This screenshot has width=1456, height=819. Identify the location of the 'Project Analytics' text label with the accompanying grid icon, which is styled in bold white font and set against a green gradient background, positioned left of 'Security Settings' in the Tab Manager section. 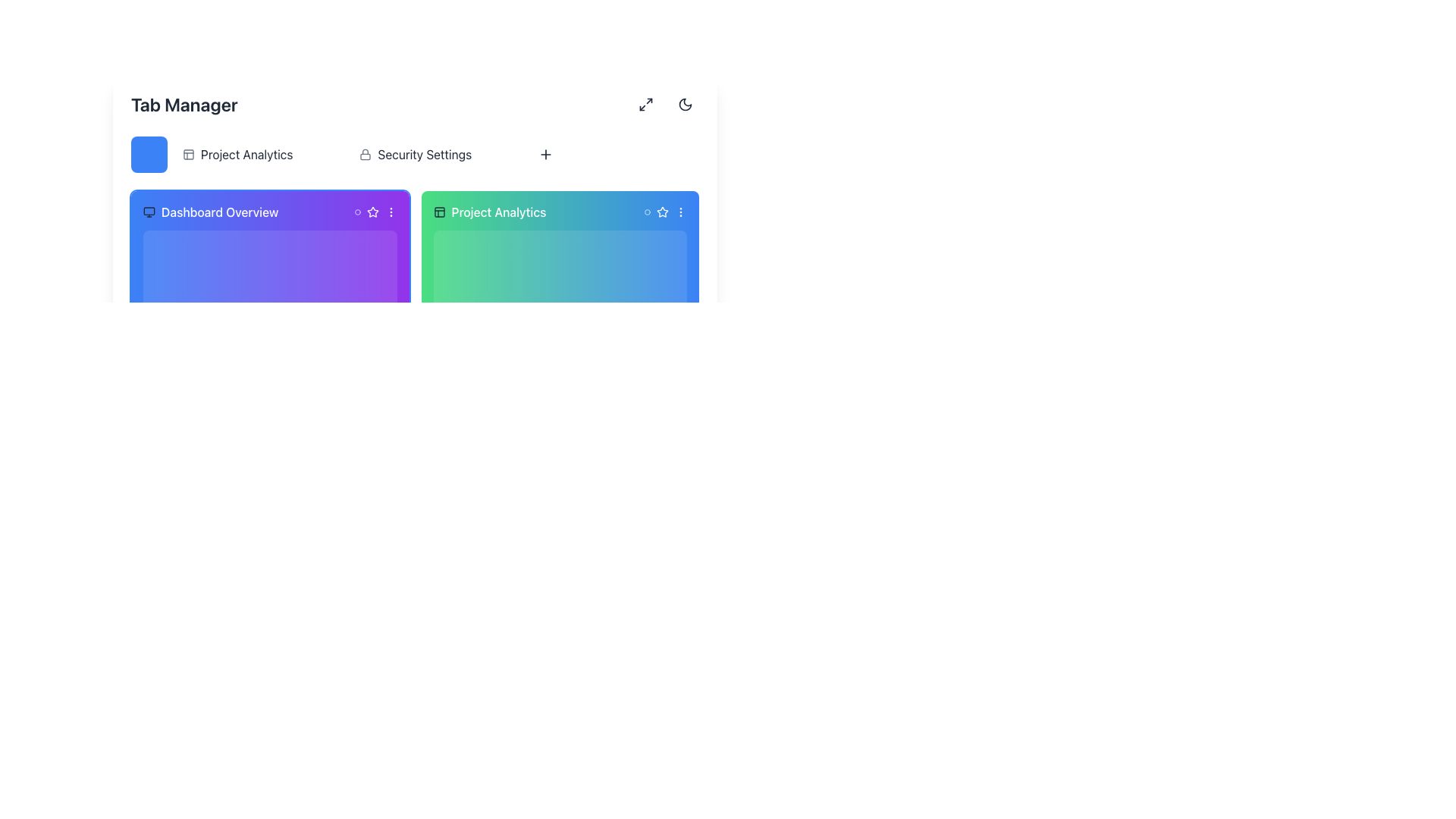
(489, 212).